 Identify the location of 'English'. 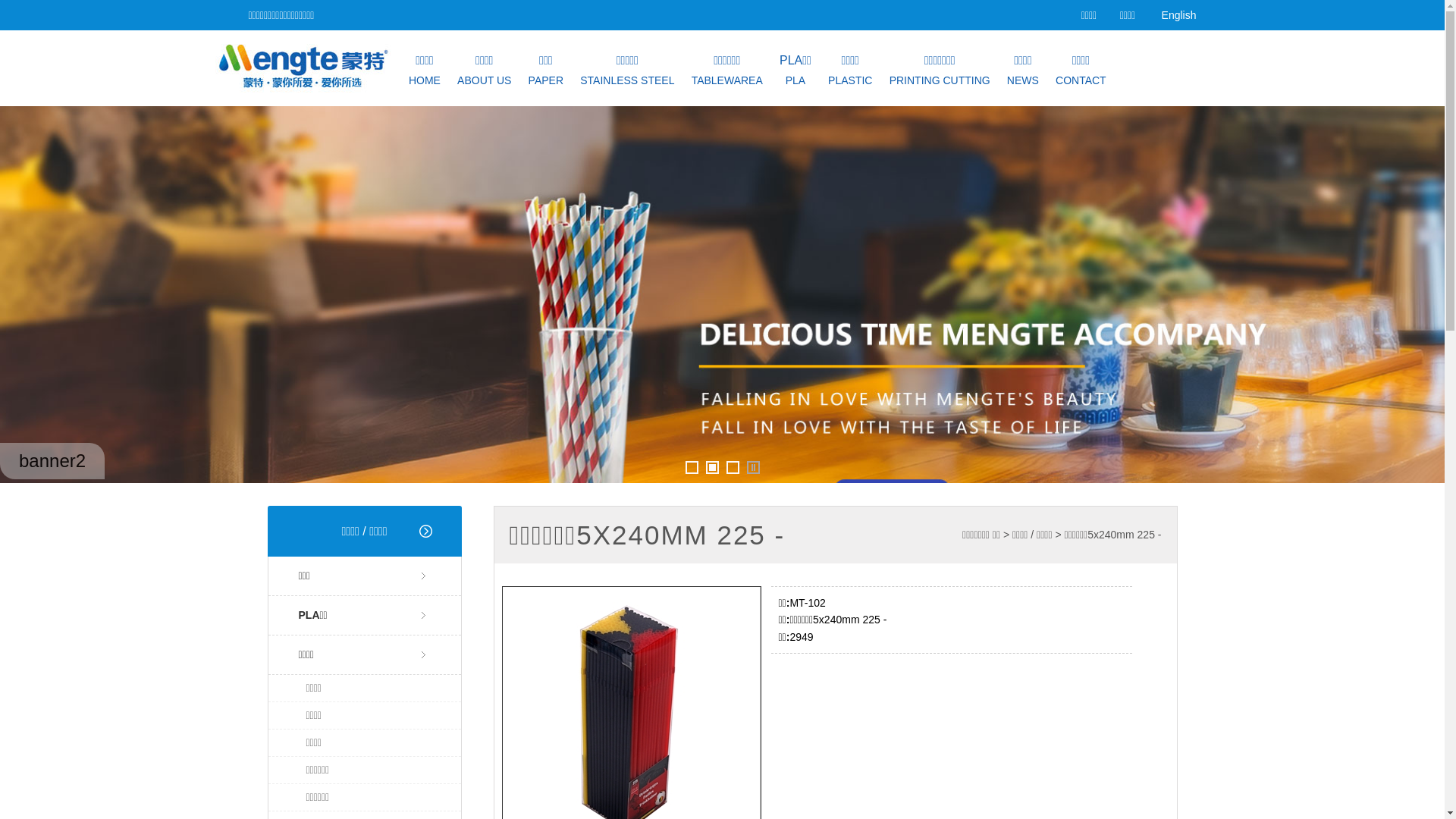
(1178, 14).